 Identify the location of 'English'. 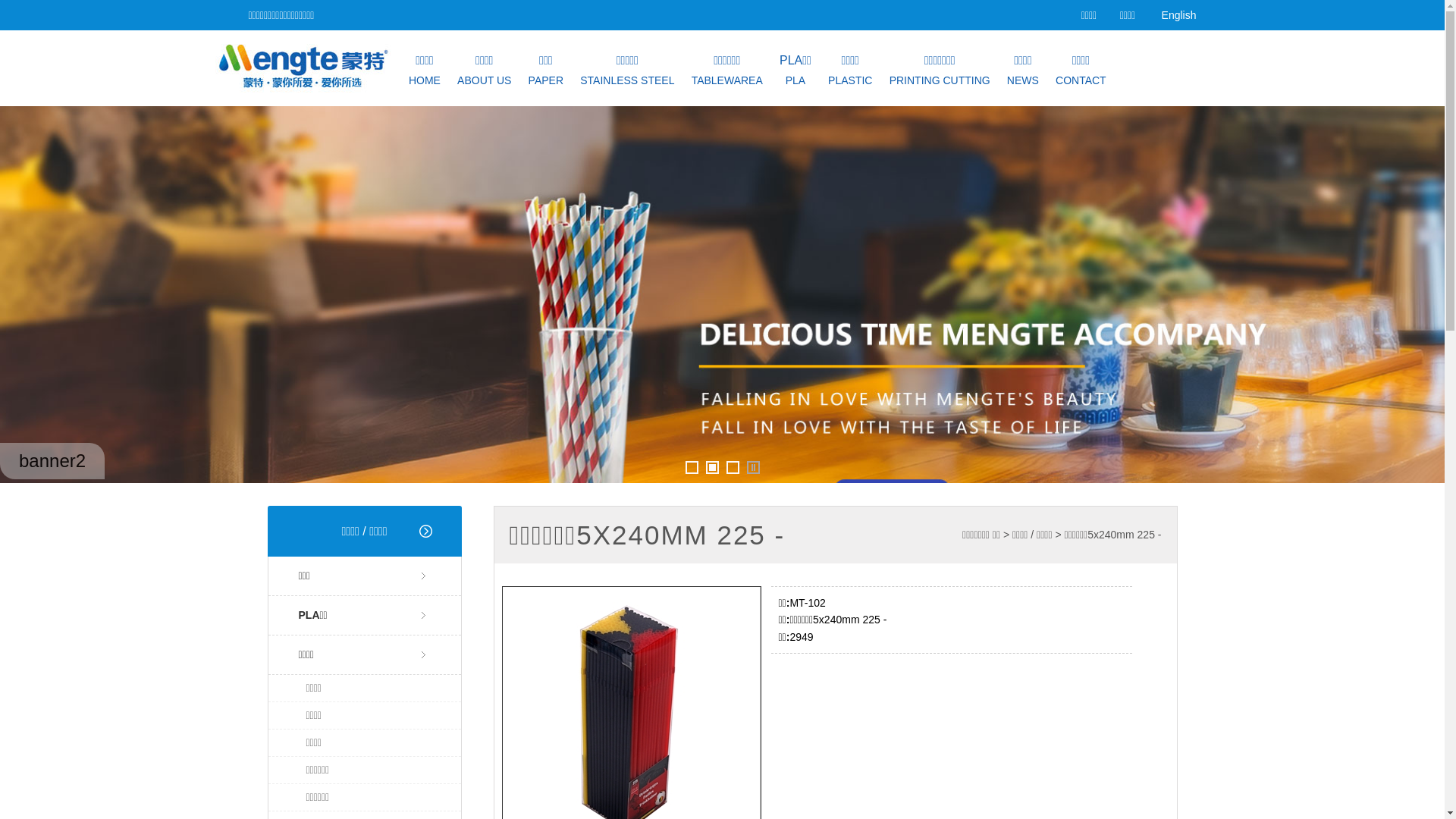
(1178, 14).